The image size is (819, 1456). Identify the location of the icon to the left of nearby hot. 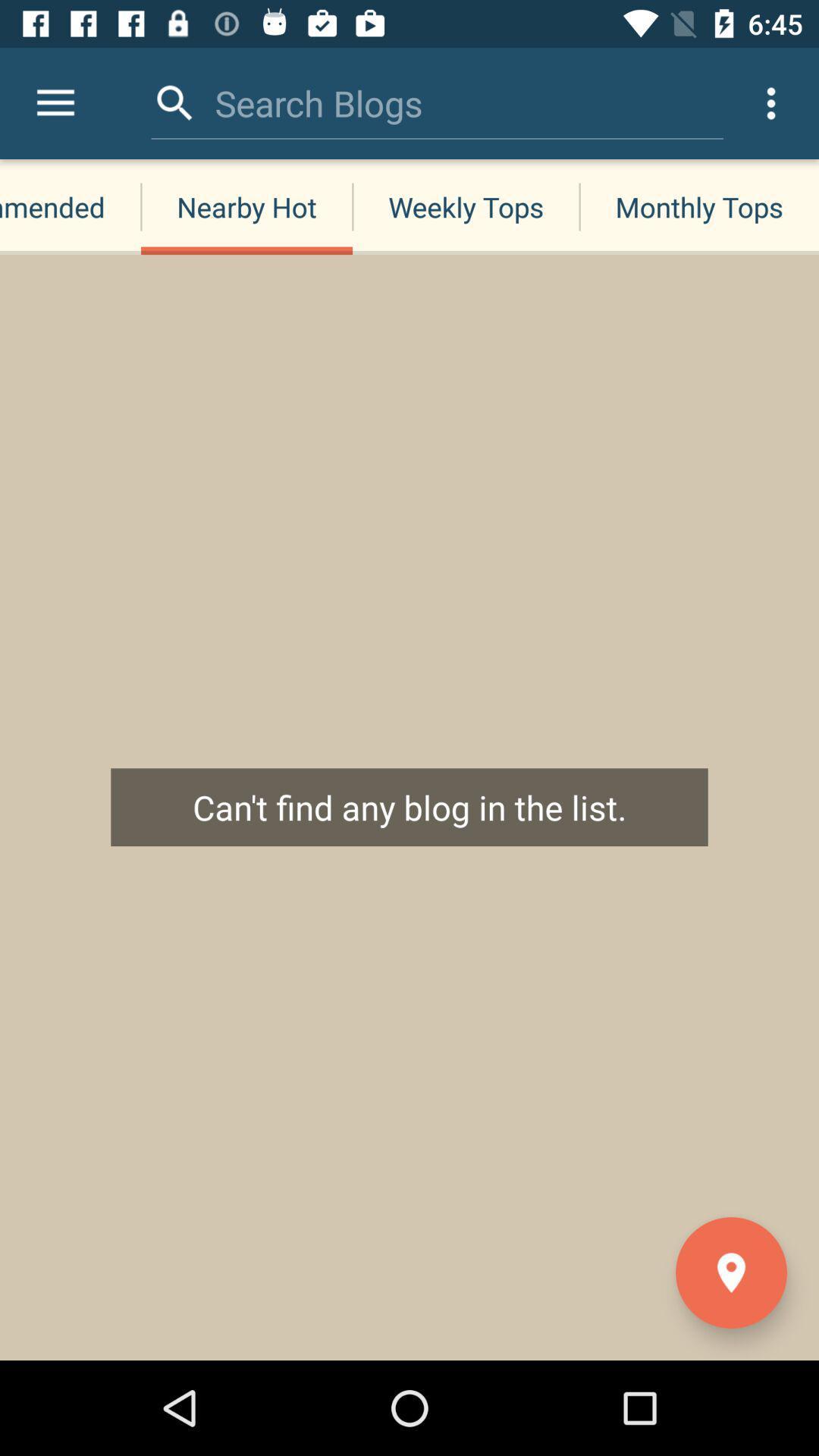
(55, 102).